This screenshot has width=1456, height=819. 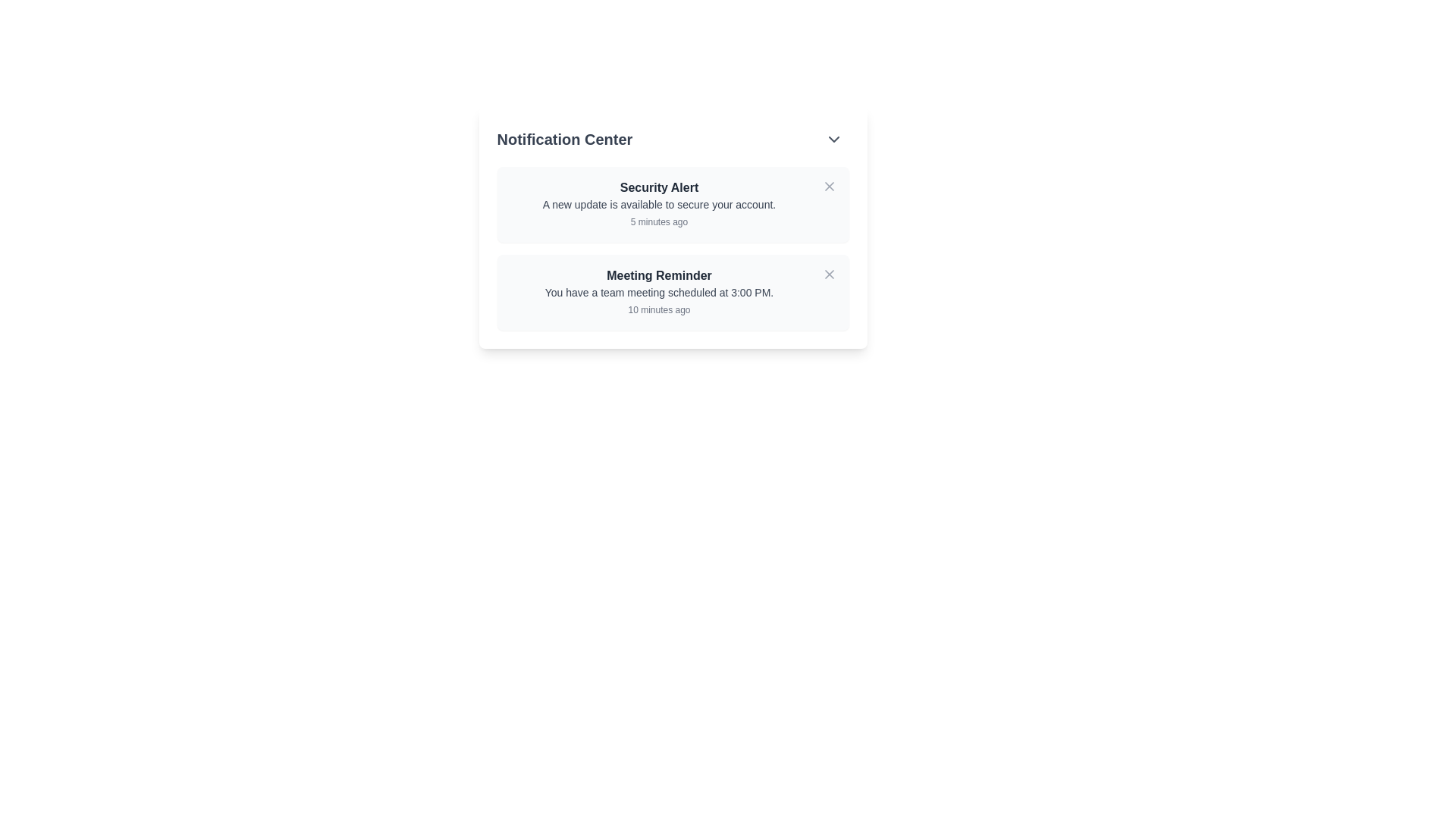 I want to click on the 'Security Alert' notification item located near the center top of the notification panel, below the 'Notification Center' header to interact with it, so click(x=672, y=227).